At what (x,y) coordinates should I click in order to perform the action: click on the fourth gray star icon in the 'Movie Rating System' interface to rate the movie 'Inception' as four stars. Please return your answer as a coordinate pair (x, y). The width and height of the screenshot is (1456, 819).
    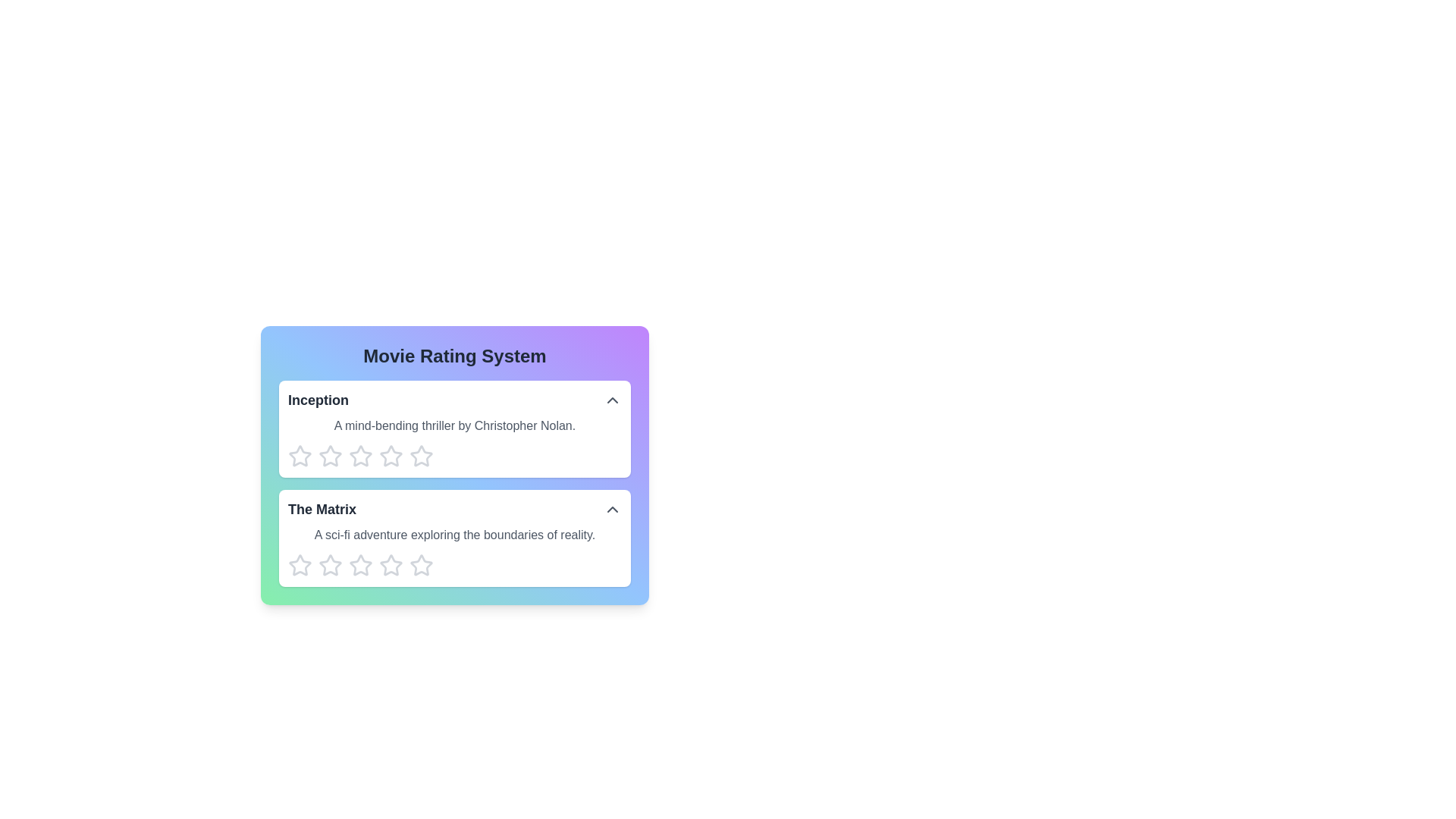
    Looking at the image, I should click on (422, 455).